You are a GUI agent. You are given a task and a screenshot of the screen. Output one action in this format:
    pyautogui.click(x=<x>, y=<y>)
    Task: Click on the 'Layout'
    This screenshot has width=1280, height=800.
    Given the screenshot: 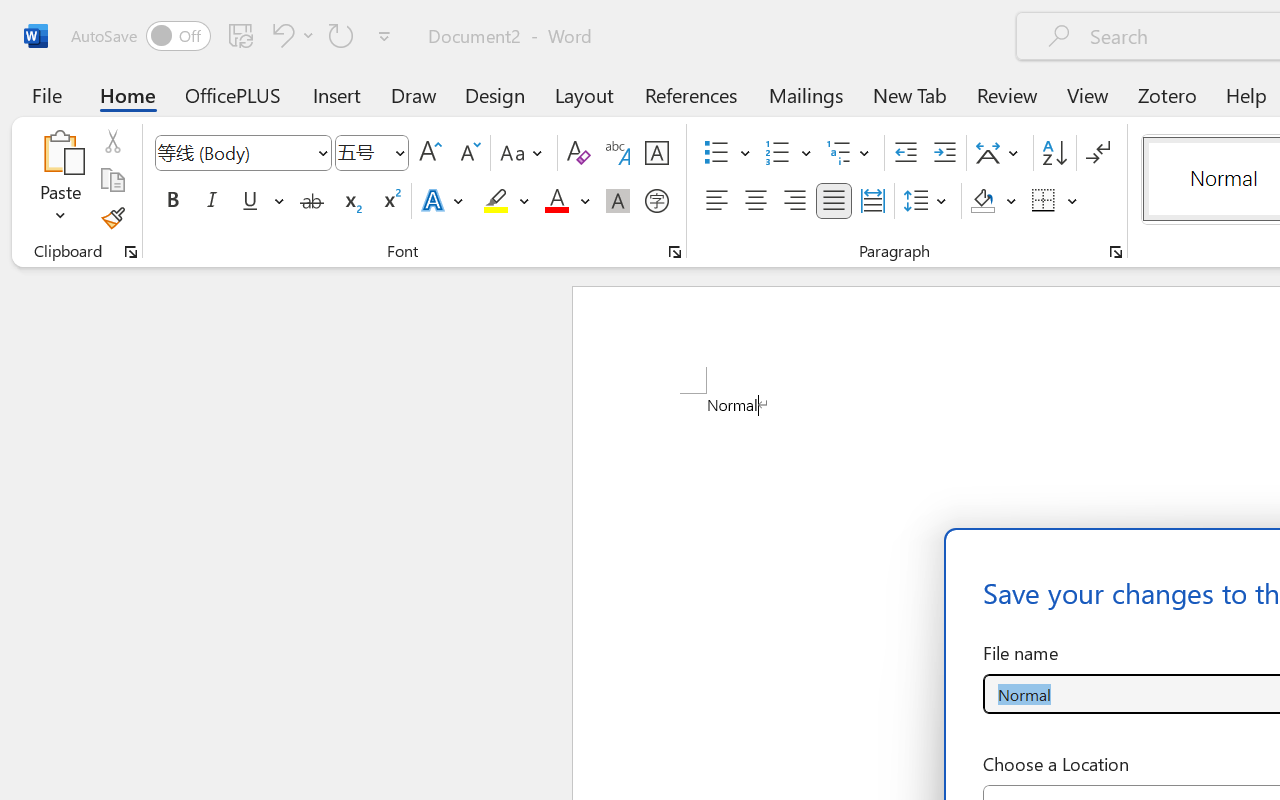 What is the action you would take?
    pyautogui.click(x=583, y=94)
    